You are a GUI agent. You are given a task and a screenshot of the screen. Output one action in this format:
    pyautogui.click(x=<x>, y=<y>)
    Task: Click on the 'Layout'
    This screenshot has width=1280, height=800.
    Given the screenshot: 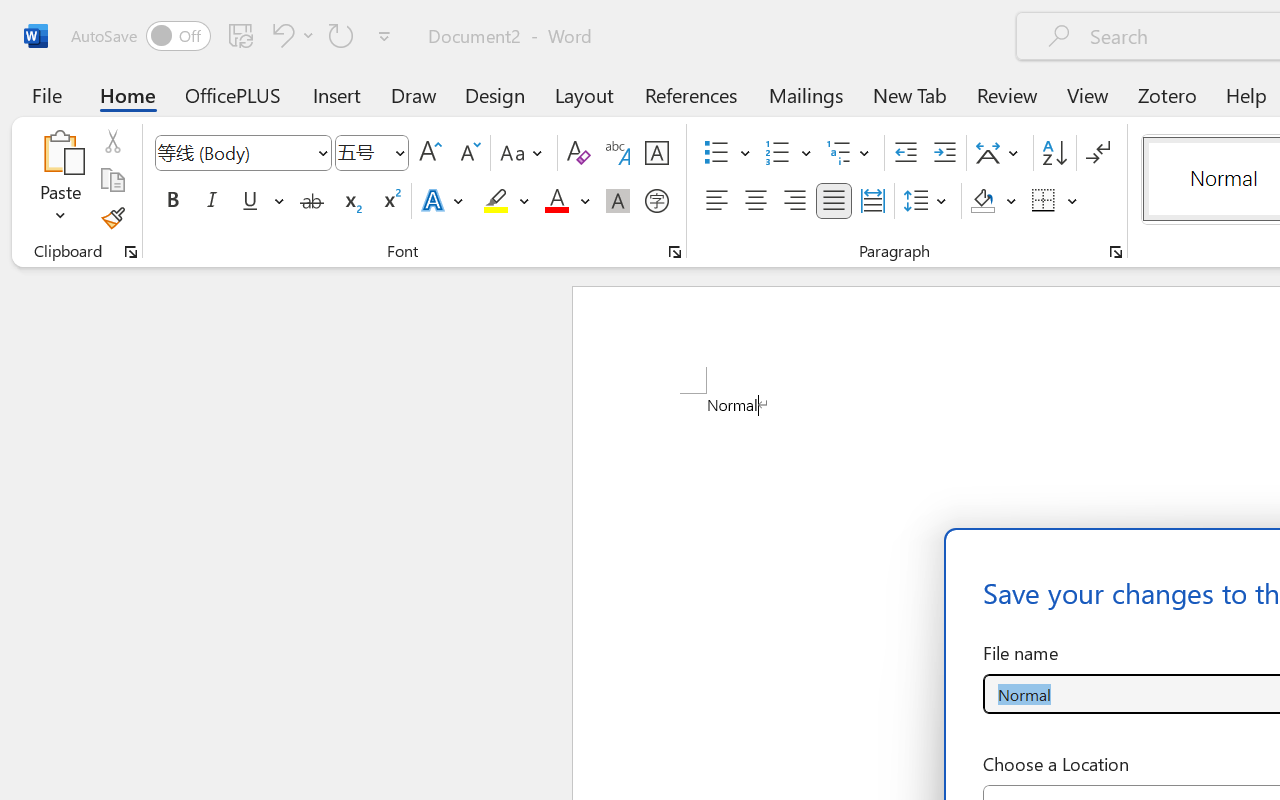 What is the action you would take?
    pyautogui.click(x=583, y=94)
    